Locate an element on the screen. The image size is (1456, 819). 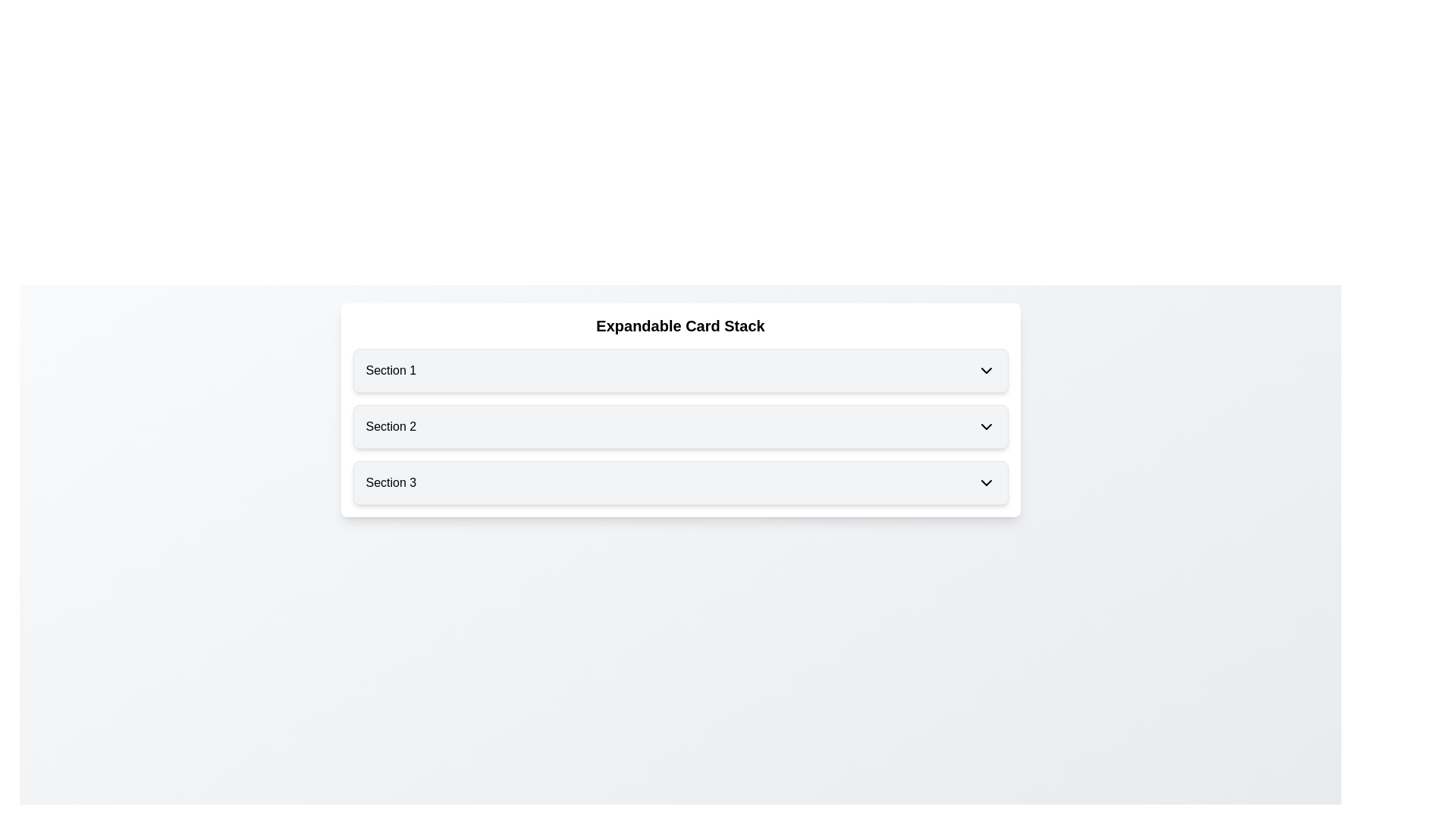
the chevron-down icon positioned to the far right of the 'Section 2' button is located at coordinates (986, 427).